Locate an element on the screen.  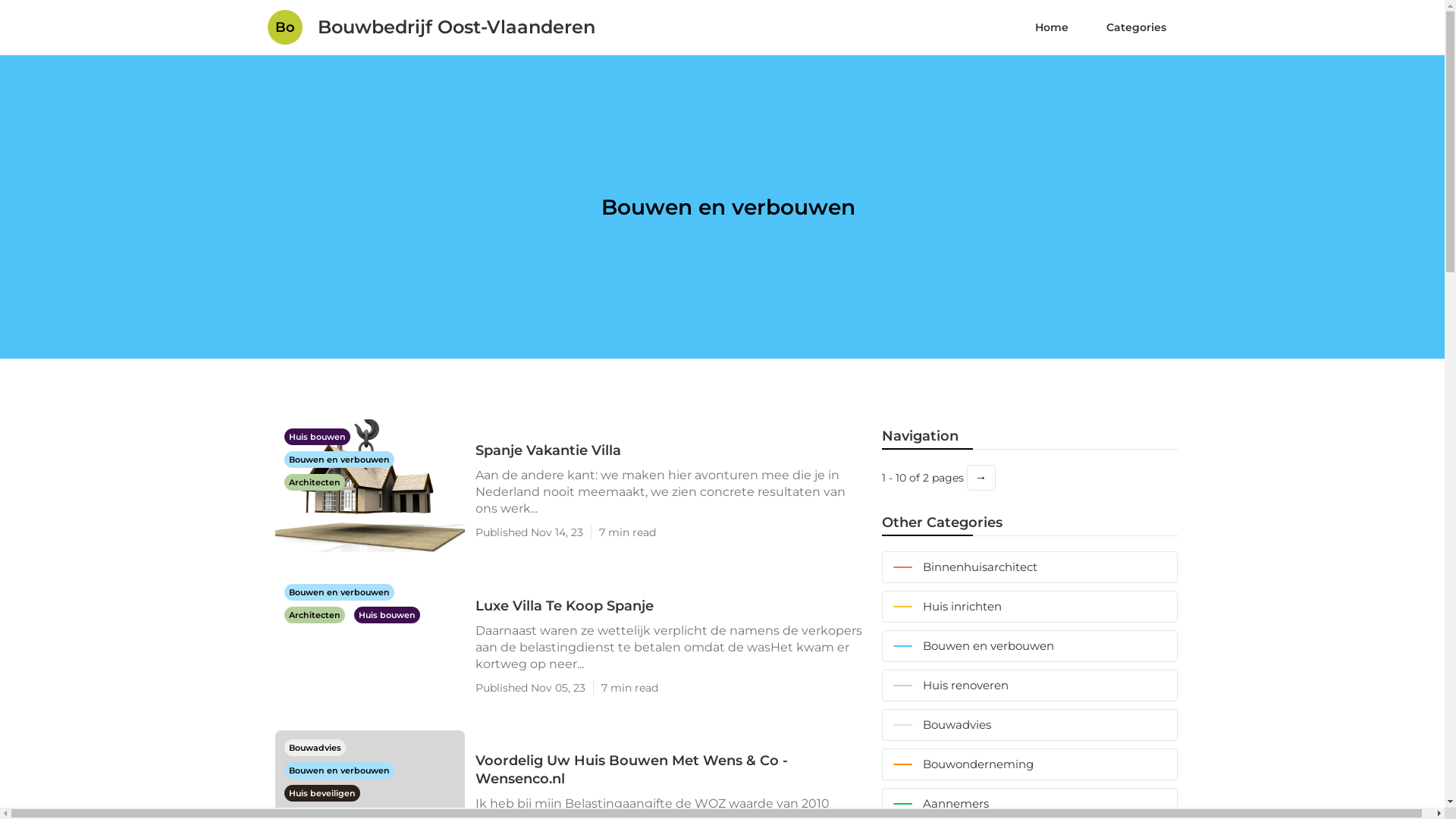
'Huis renoveren' is located at coordinates (1029, 685).